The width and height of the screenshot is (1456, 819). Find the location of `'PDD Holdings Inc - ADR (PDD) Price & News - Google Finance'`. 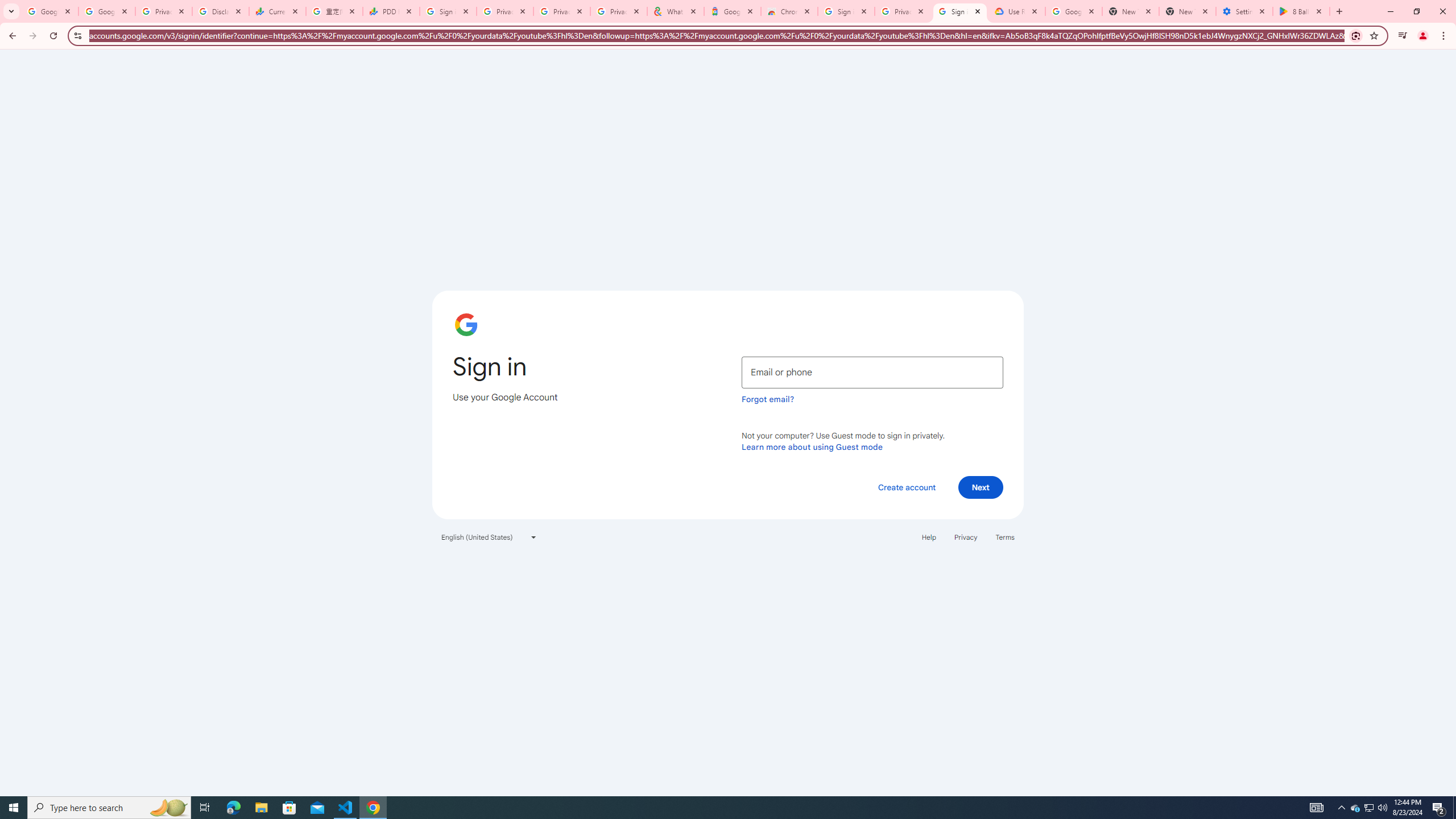

'PDD Holdings Inc - ADR (PDD) Price & News - Google Finance' is located at coordinates (391, 11).